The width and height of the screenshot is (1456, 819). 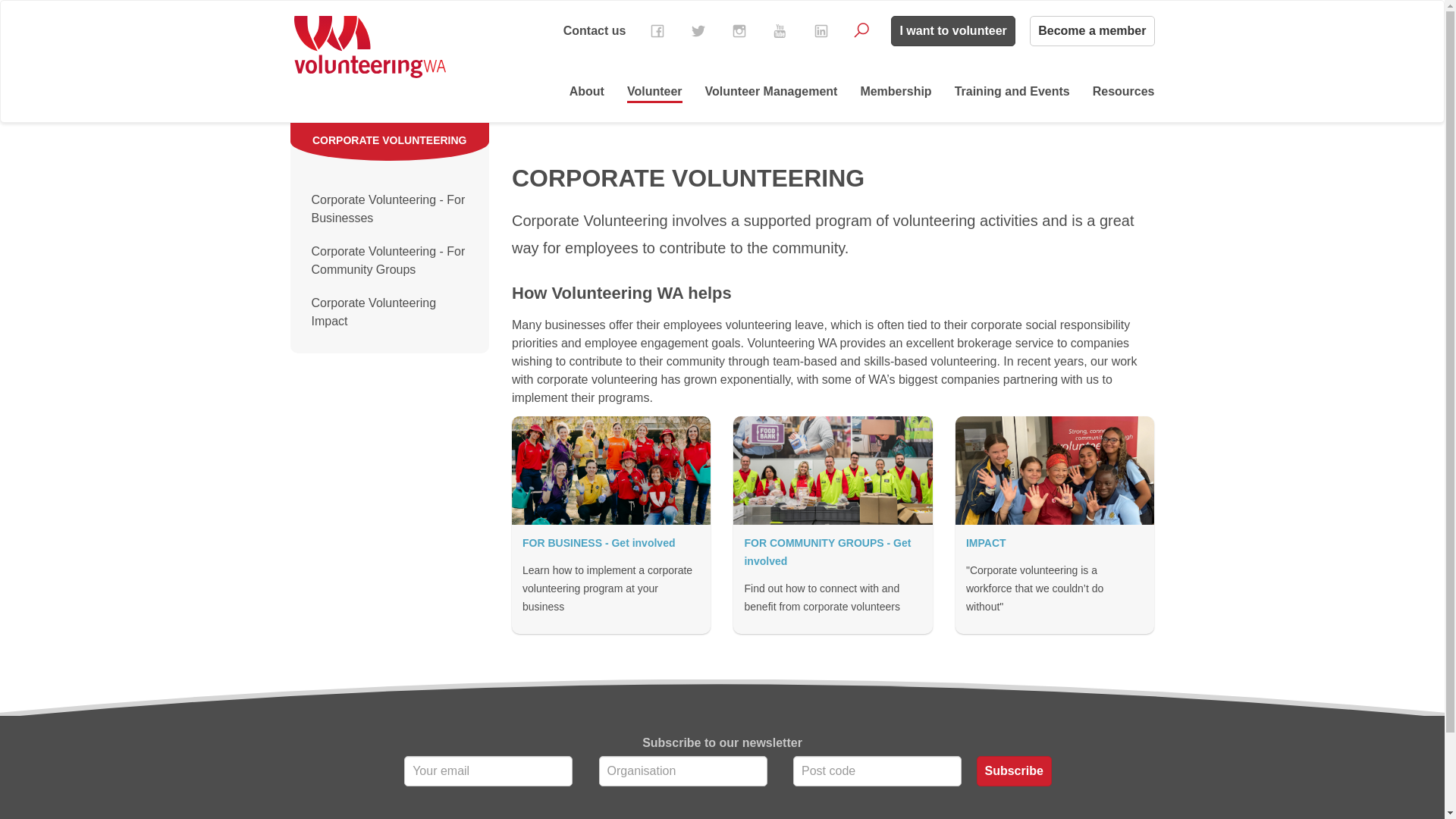 I want to click on 'FOR COMMUNITY GROUPS - Get involved', so click(x=826, y=552).